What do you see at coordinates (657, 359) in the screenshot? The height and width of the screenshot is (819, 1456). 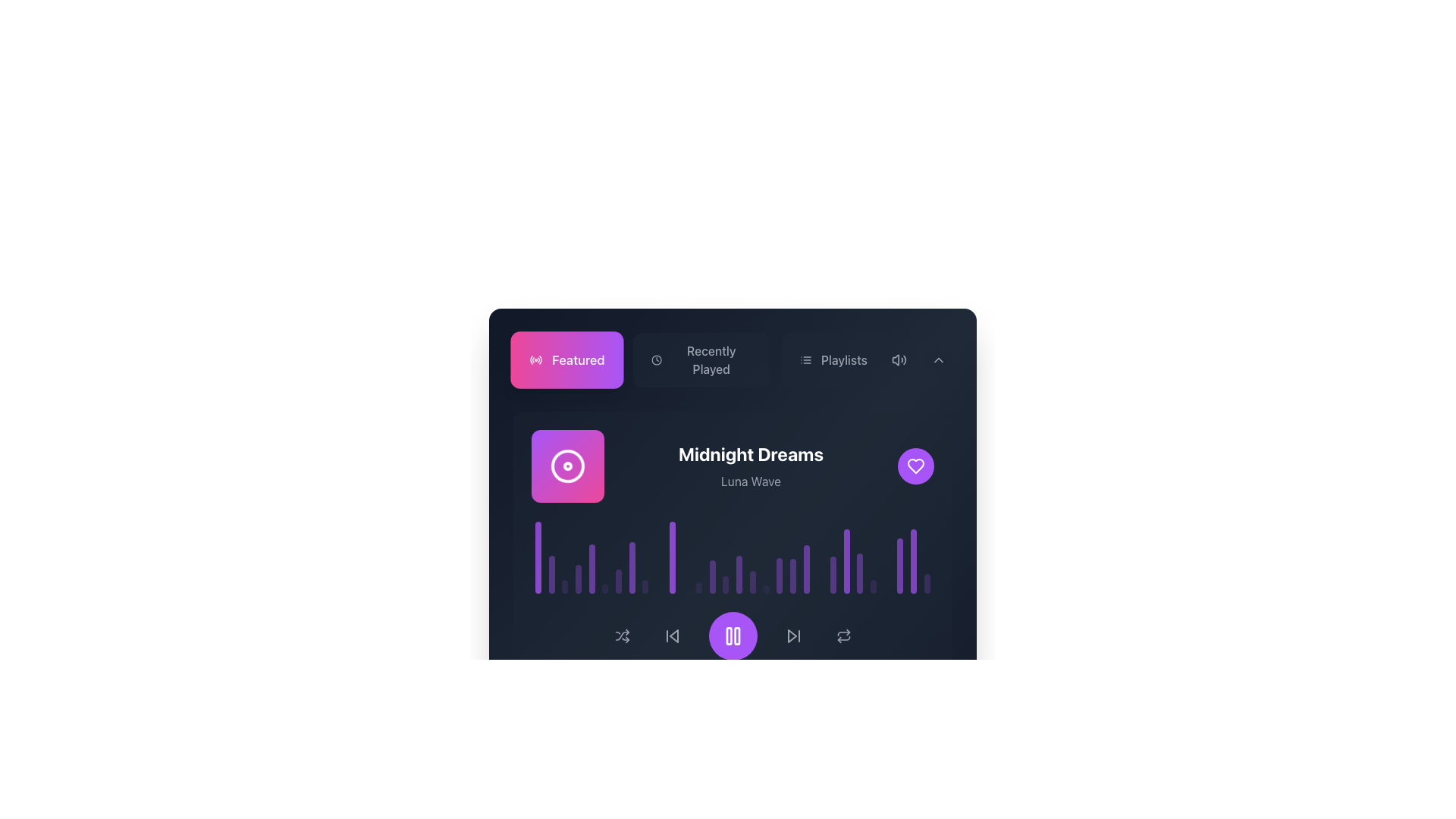 I see `the Circle element within the clock icon located in the top navigation bar, which visually represents the face of the clock` at bounding box center [657, 359].